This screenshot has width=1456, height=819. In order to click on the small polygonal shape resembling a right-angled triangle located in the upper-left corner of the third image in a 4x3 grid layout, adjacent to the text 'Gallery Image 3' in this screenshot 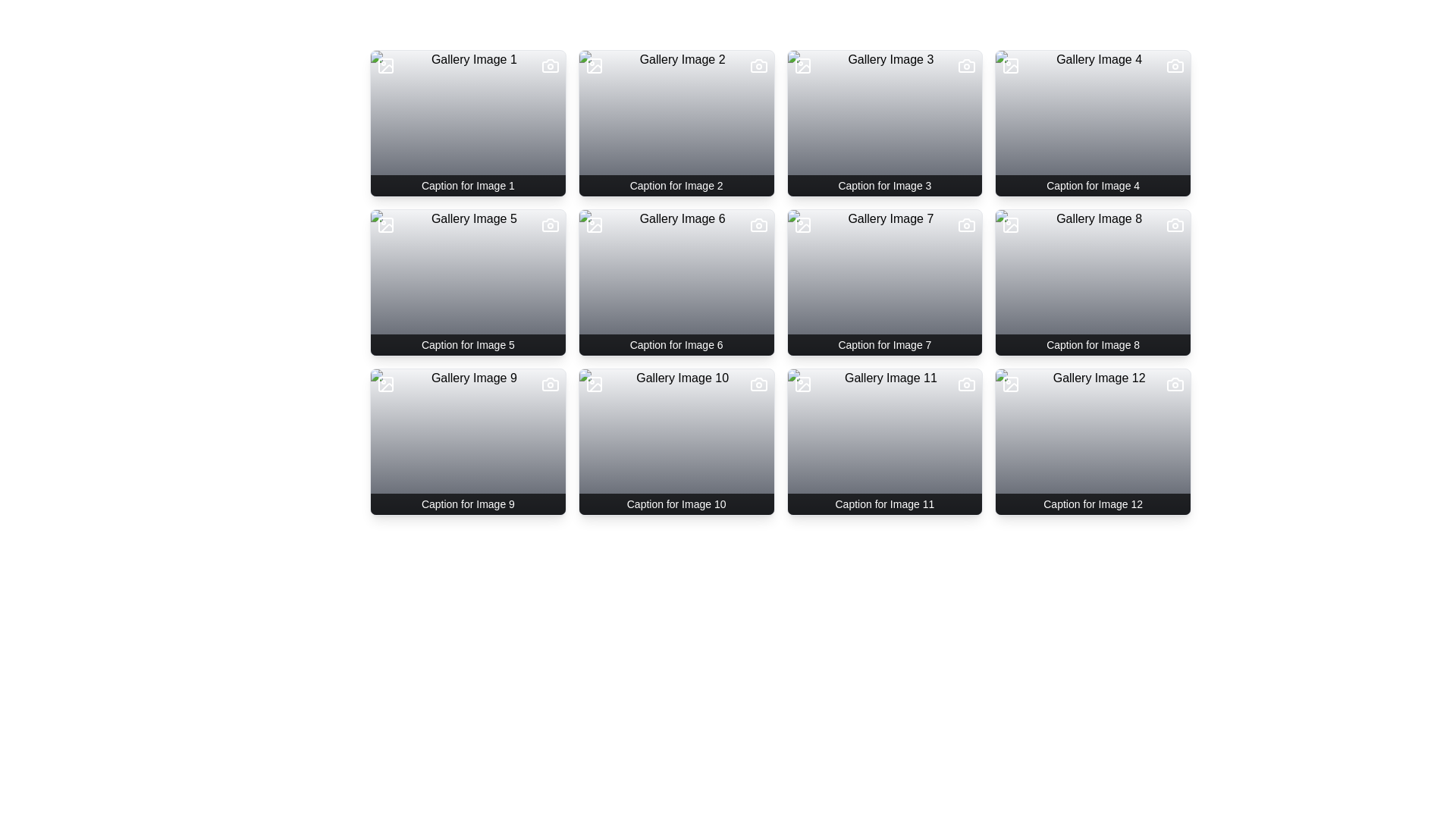, I will do `click(803, 69)`.